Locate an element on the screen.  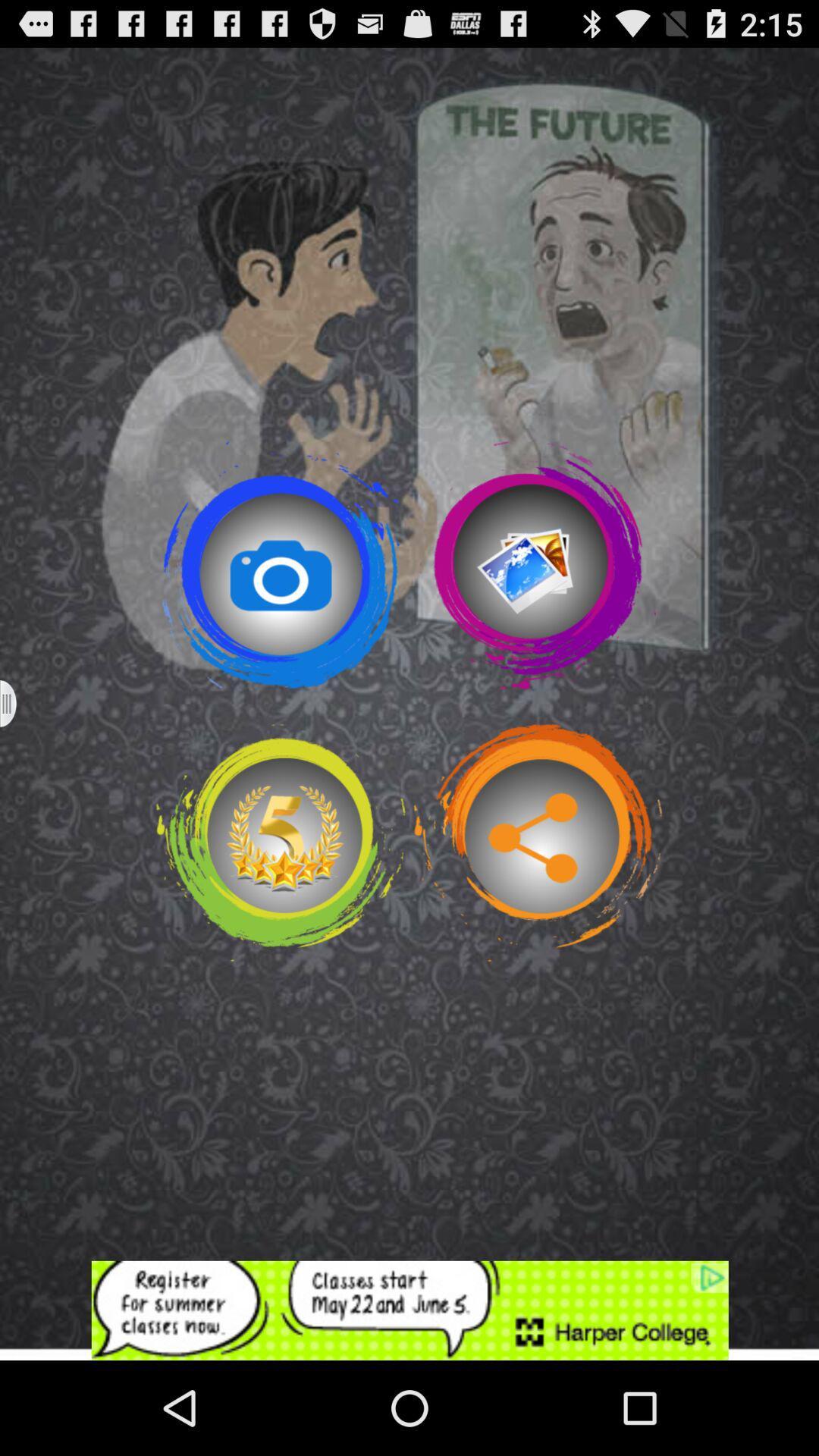
advertisement display is located at coordinates (409, 1310).